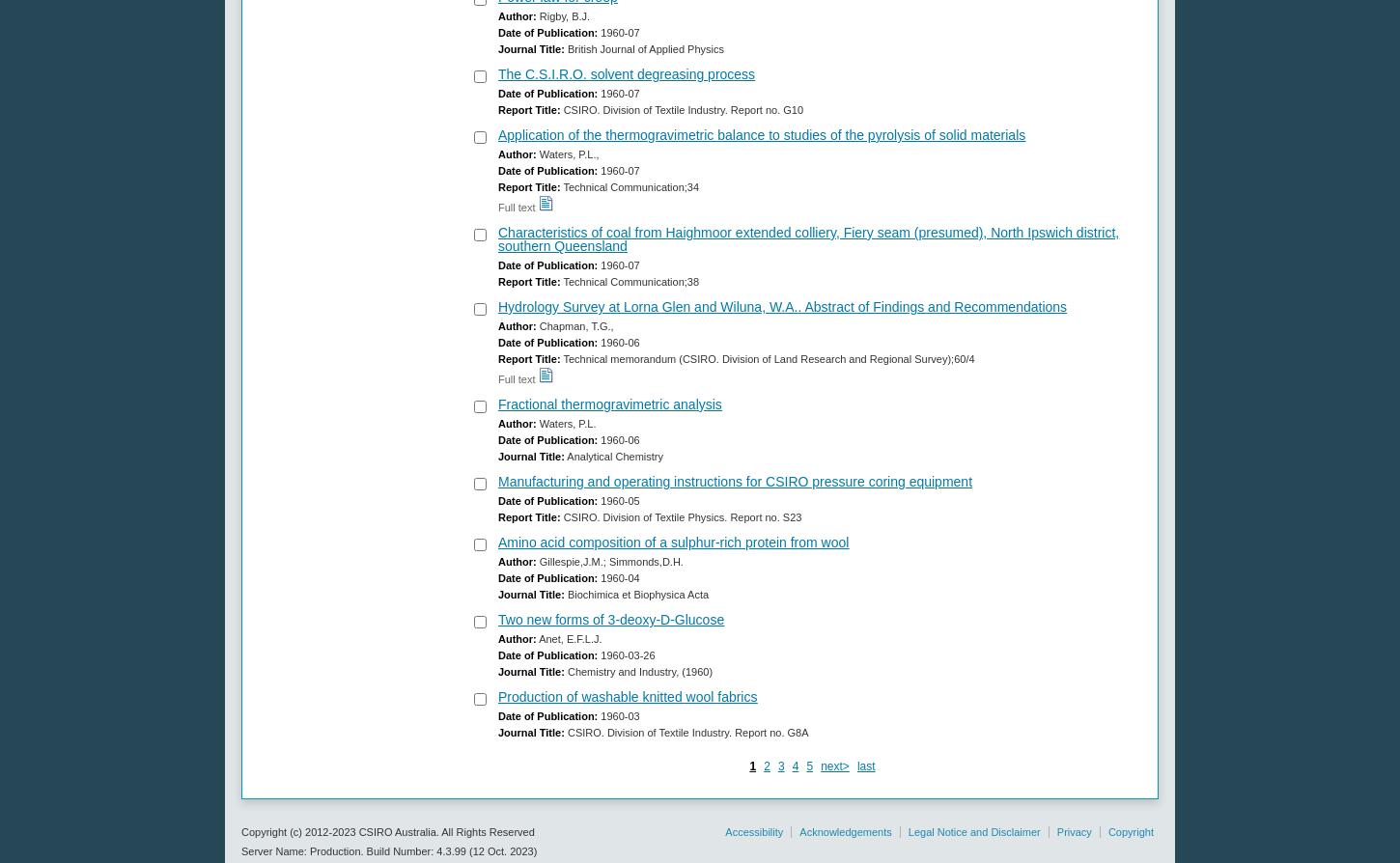 This screenshot has width=1400, height=863. What do you see at coordinates (536, 15) in the screenshot?
I see `'Rigby, B.J.'` at bounding box center [536, 15].